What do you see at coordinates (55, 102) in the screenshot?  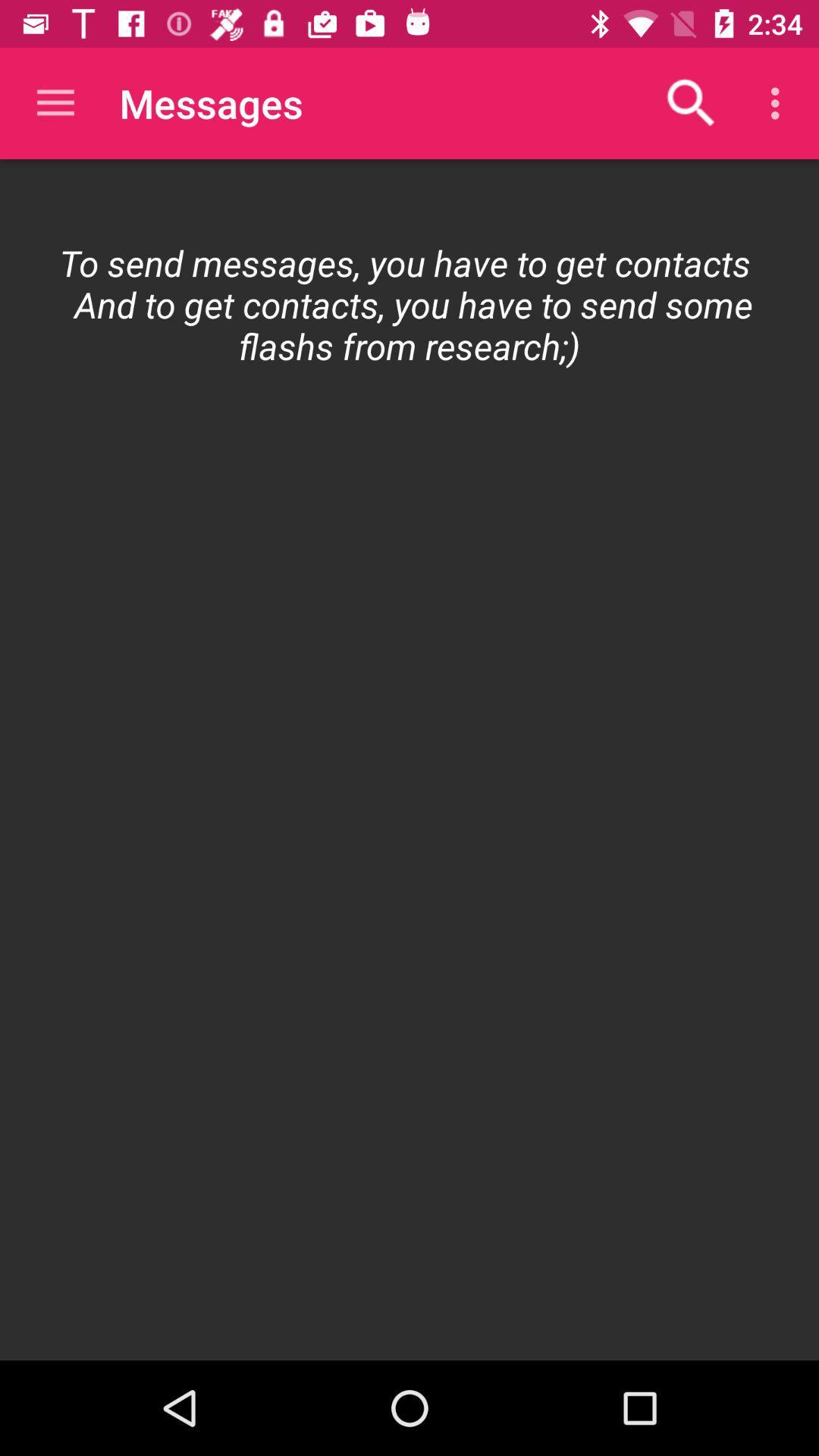 I see `the icon next to the messages icon` at bounding box center [55, 102].